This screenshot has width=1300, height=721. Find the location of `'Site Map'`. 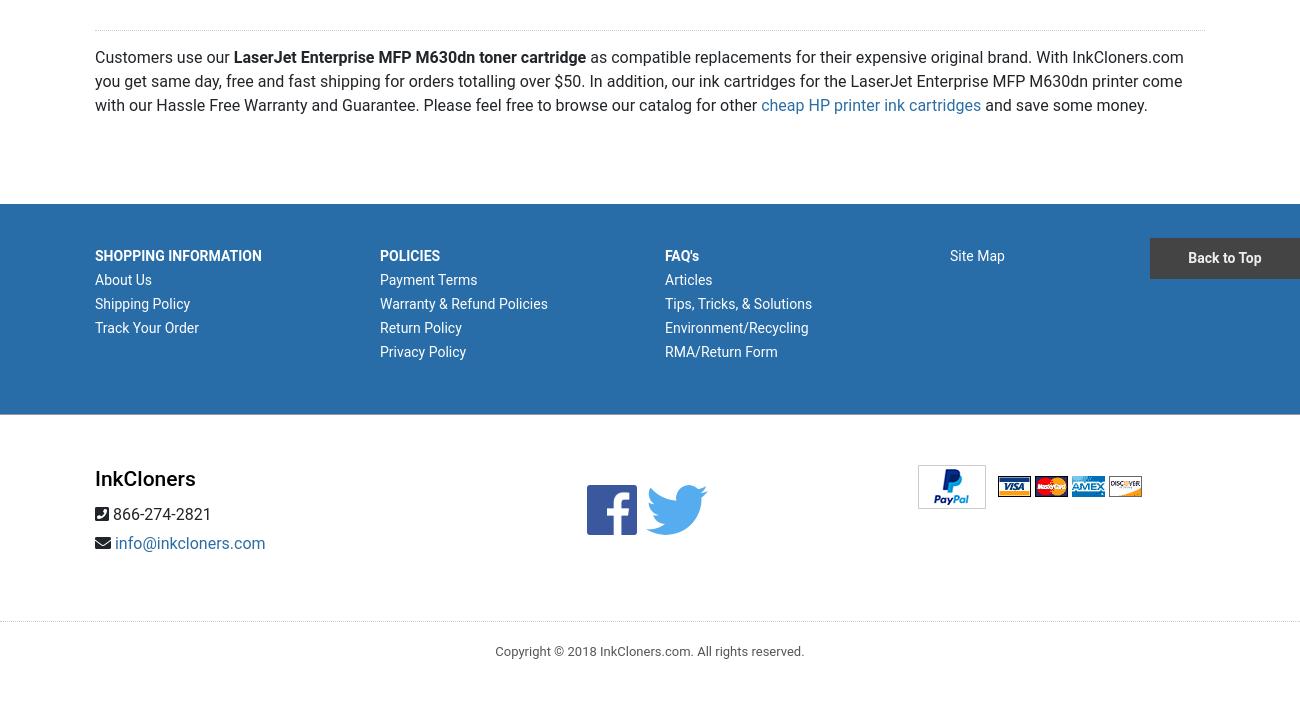

'Site Map' is located at coordinates (950, 255).